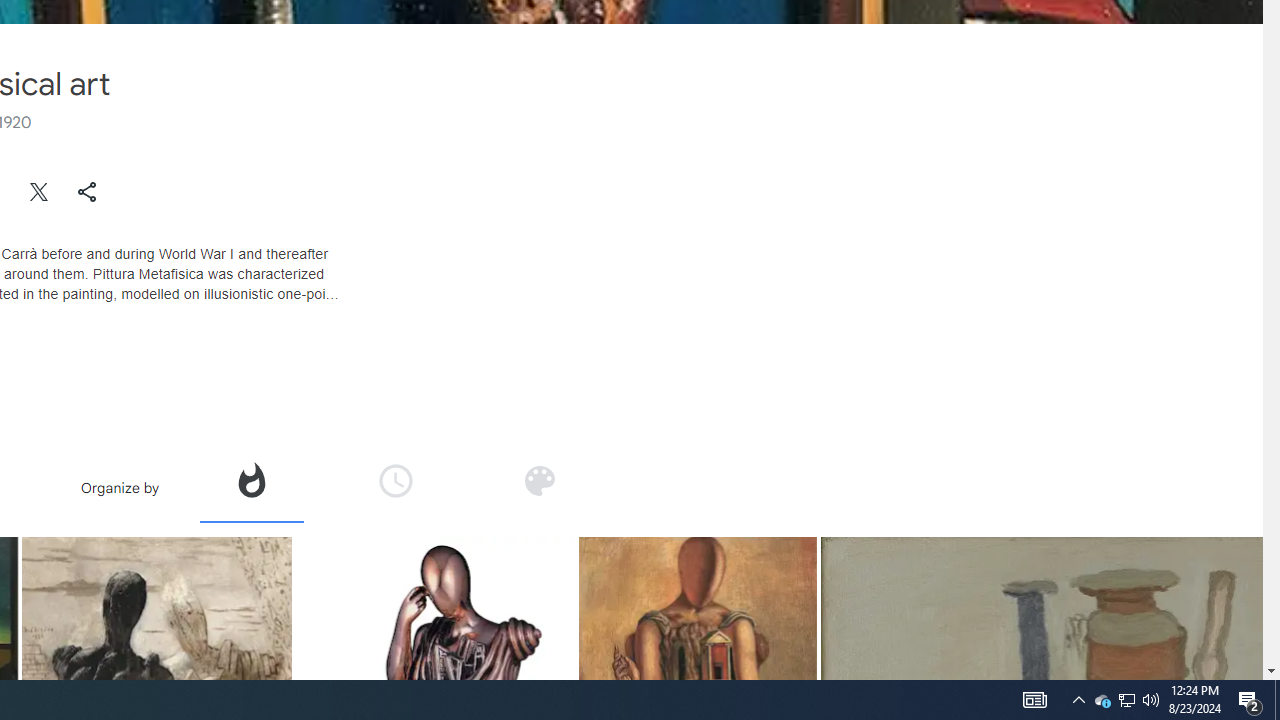 This screenshot has height=720, width=1280. I want to click on 'Organize by popularity', so click(249, 480).